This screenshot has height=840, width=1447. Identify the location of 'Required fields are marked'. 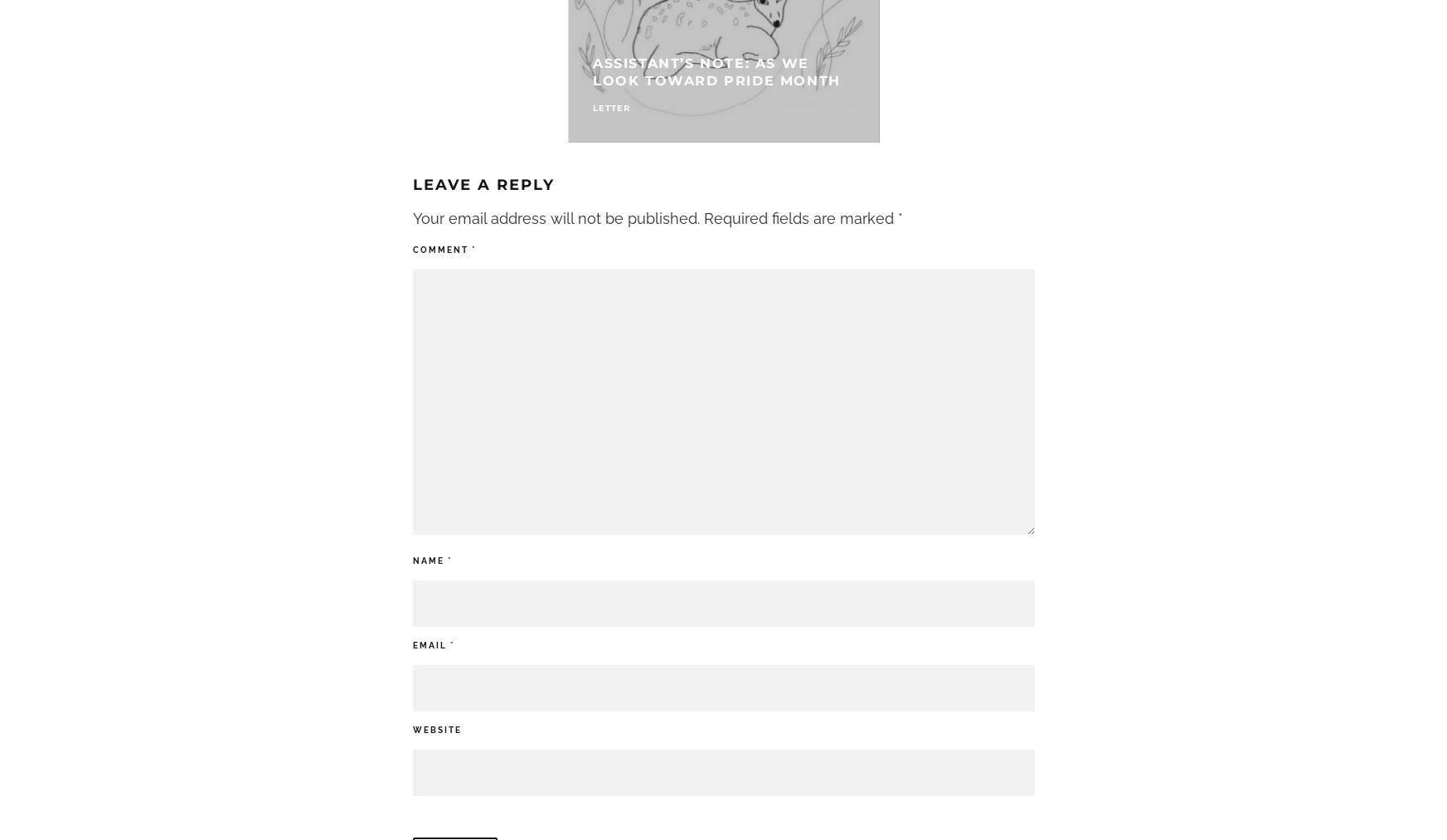
(799, 216).